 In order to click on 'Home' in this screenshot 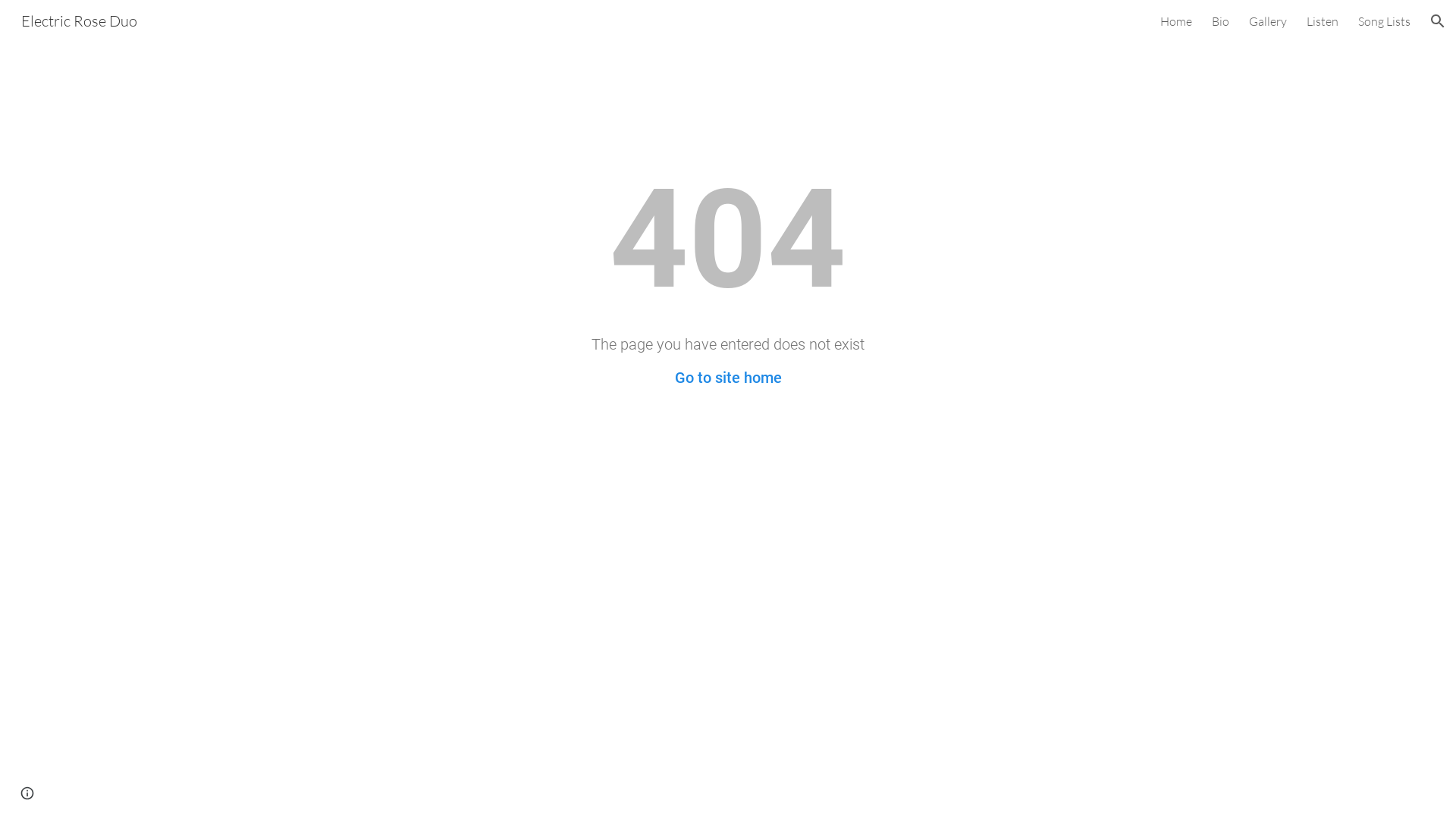, I will do `click(1159, 20)`.